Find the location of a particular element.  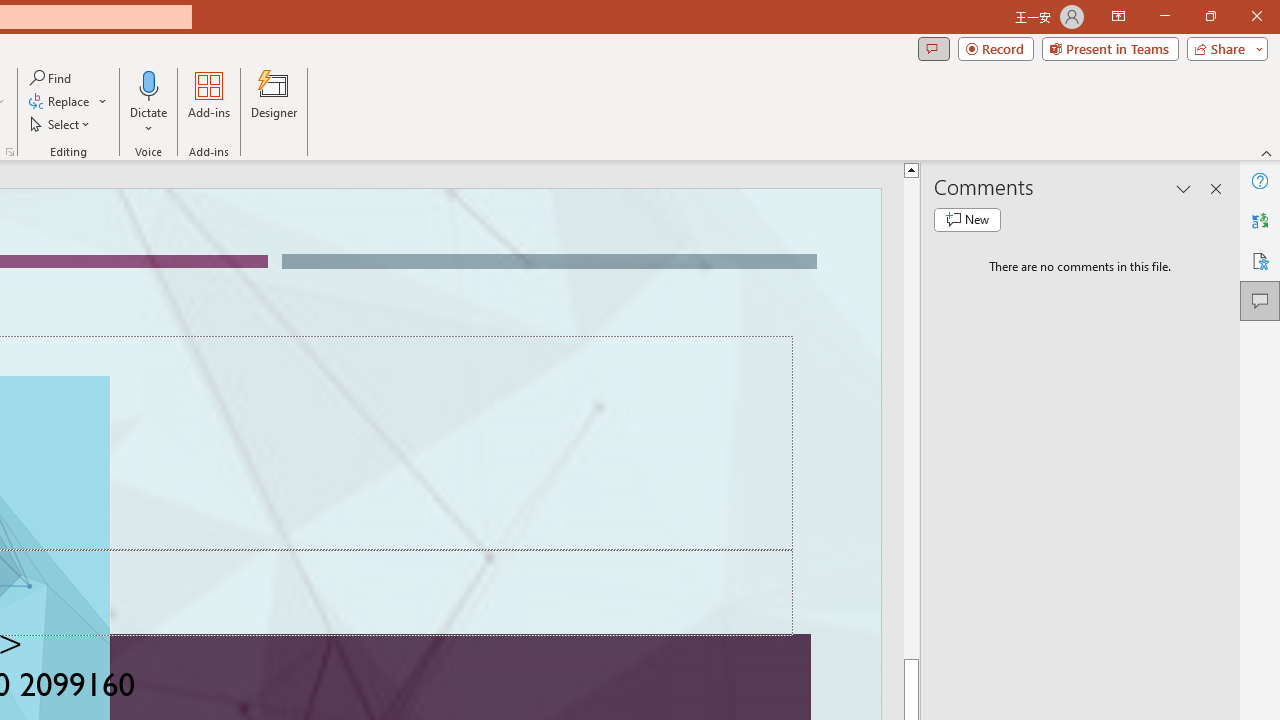

'Translator' is located at coordinates (1259, 221).